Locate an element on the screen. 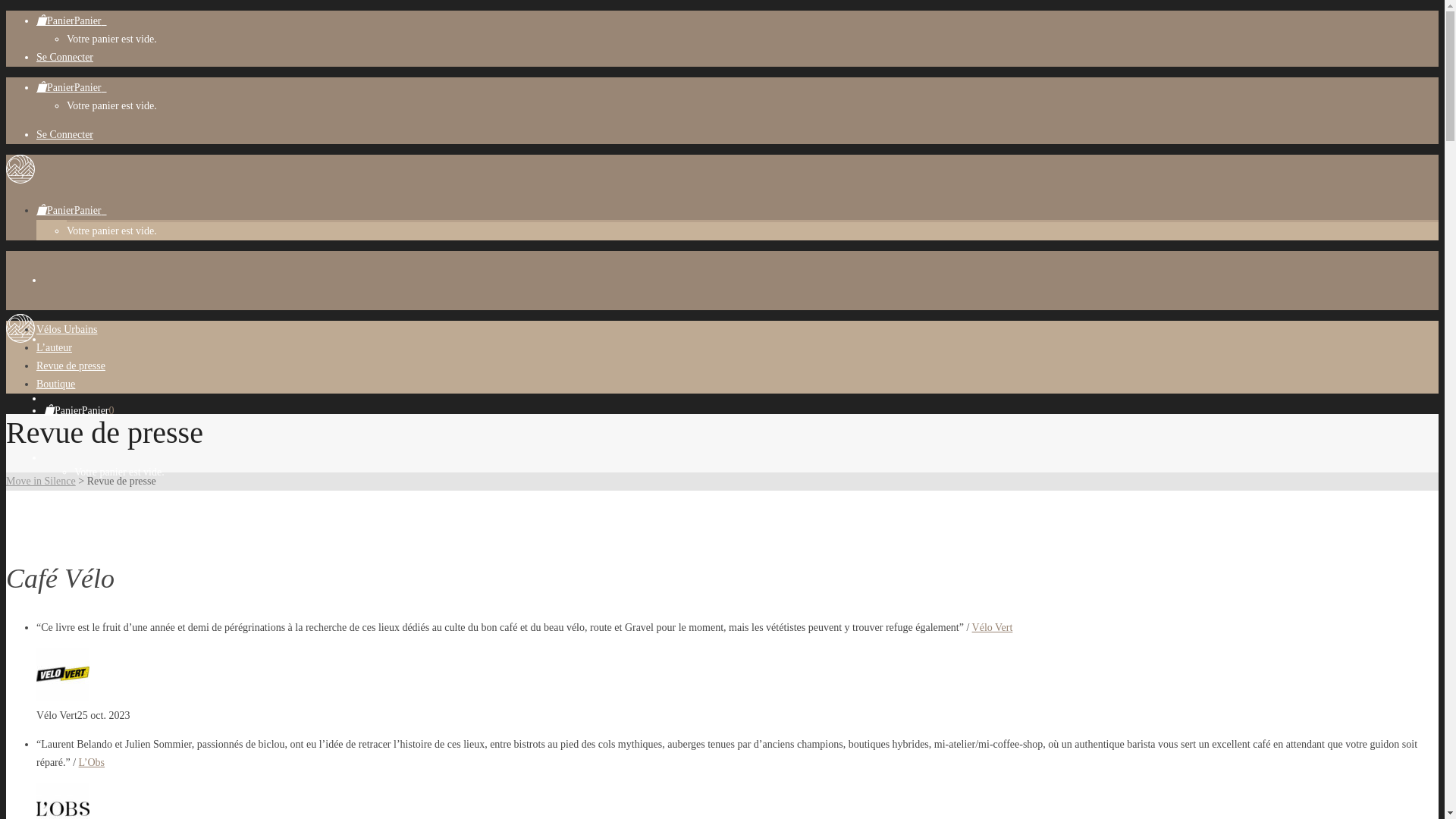  'Boutique' is located at coordinates (55, 383).